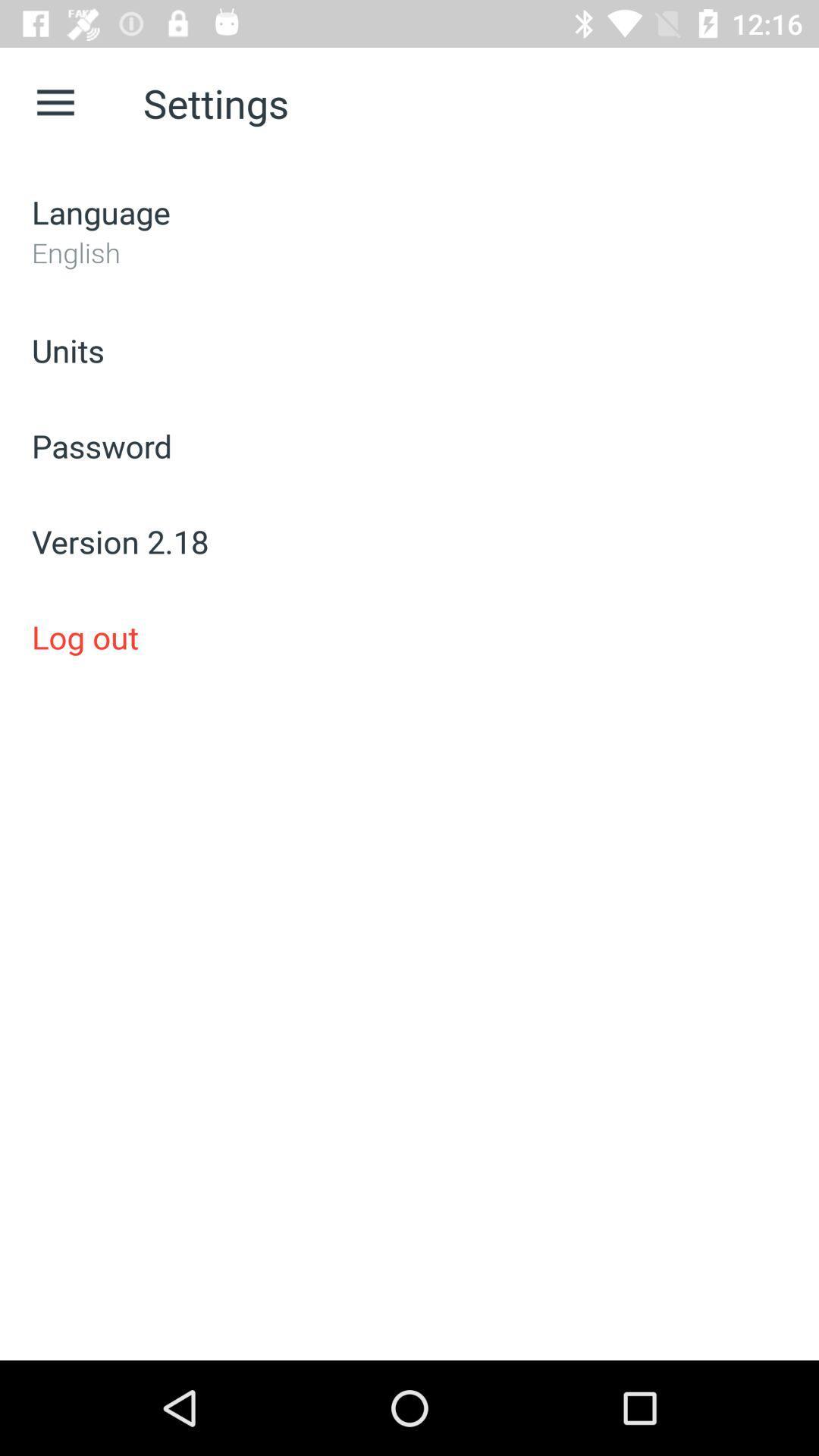 The width and height of the screenshot is (819, 1456). Describe the element at coordinates (409, 445) in the screenshot. I see `the password` at that location.